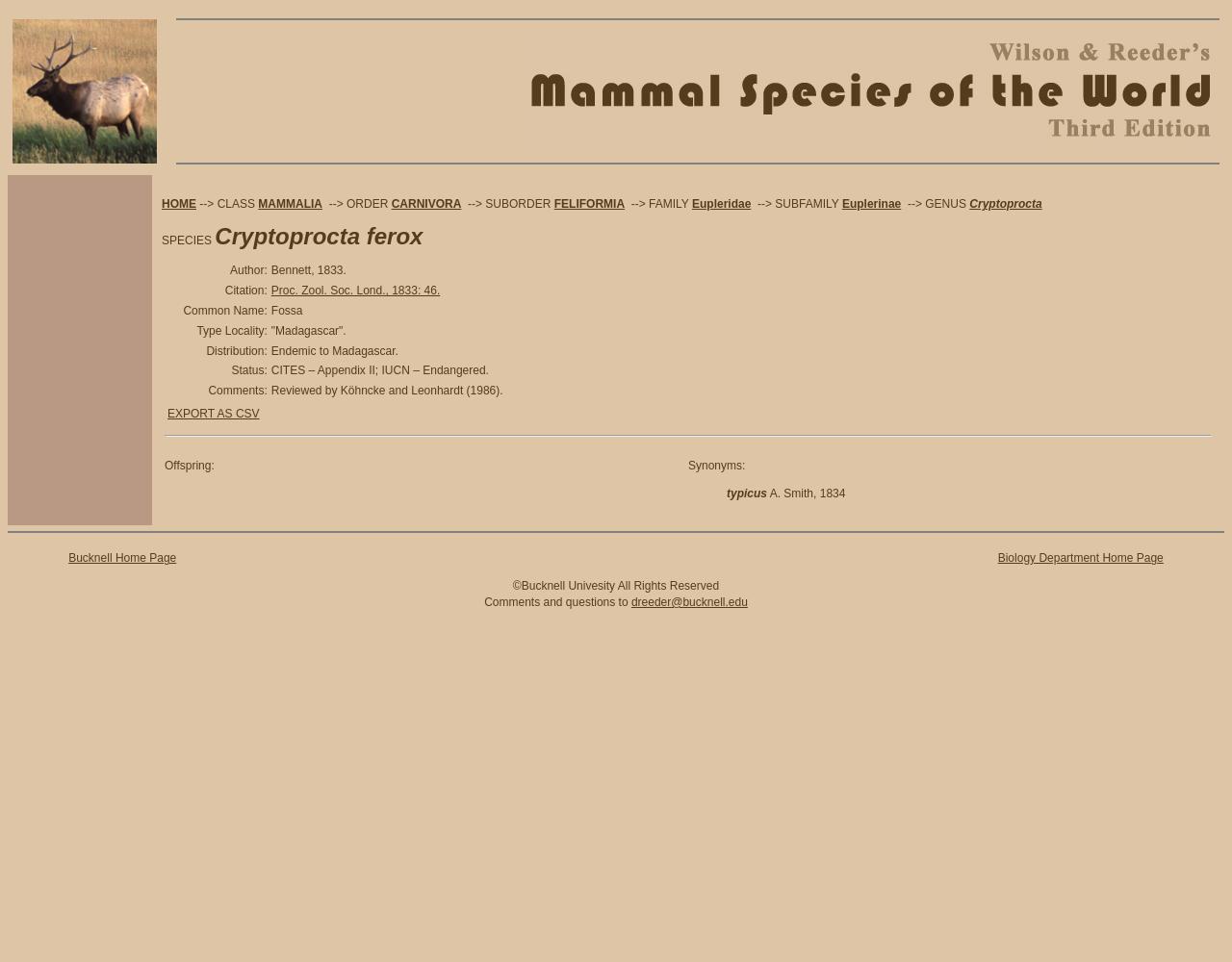  What do you see at coordinates (355, 291) in the screenshot?
I see `'Proc. Zool. Soc. Lond., 1833: 46.'` at bounding box center [355, 291].